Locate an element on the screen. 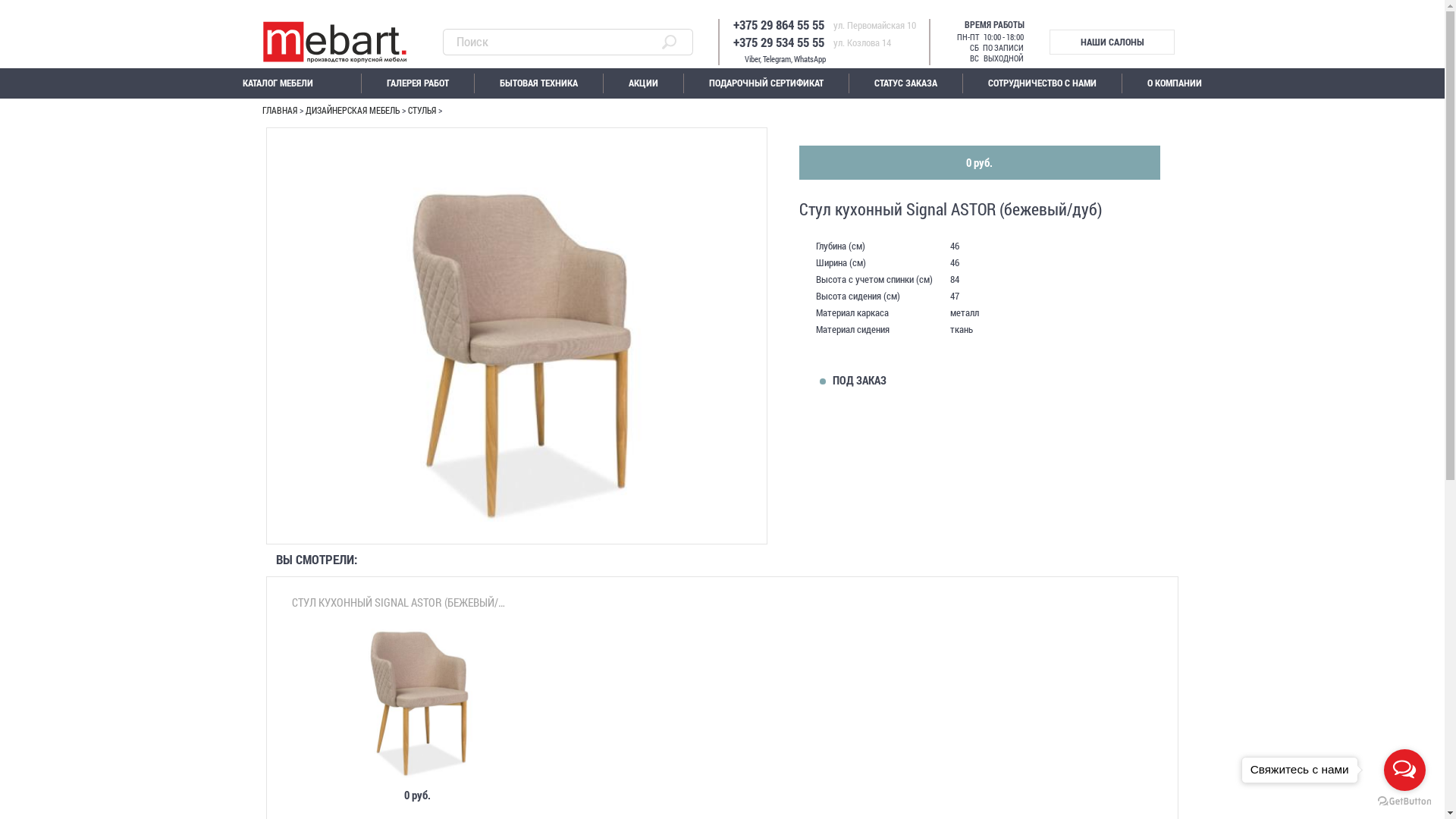 Image resolution: width=1456 pixels, height=819 pixels. '+375 29 534 55 55' is located at coordinates (707, 37).